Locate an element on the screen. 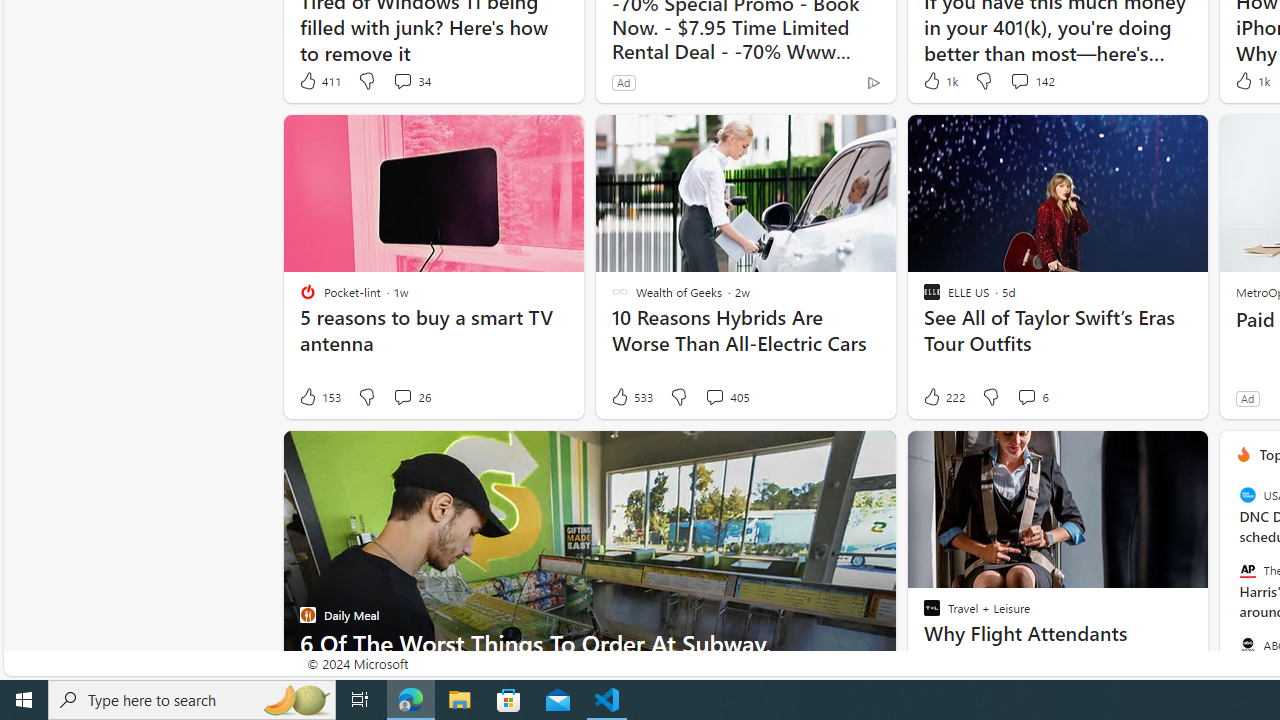  'View comments 142 Comment' is located at coordinates (1019, 80).